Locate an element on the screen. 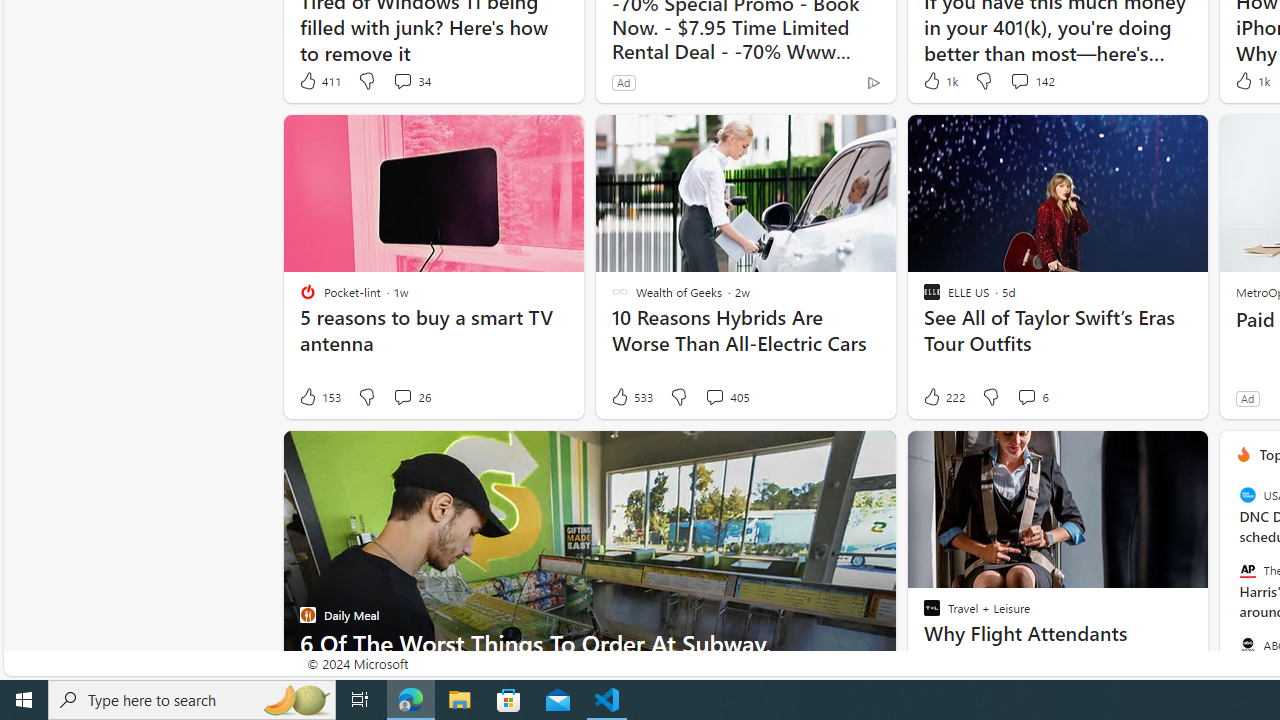  'View comments 142 Comment' is located at coordinates (1019, 80).